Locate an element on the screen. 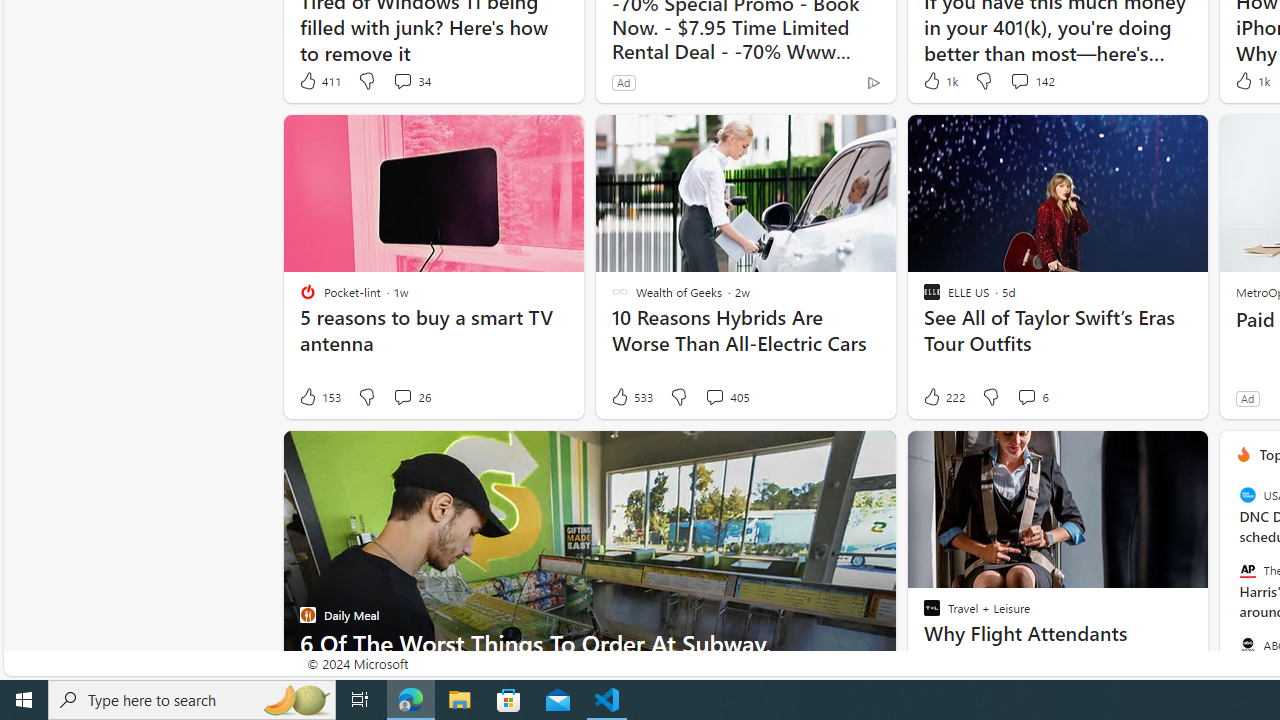  'View comments 142 Comment' is located at coordinates (1019, 80).